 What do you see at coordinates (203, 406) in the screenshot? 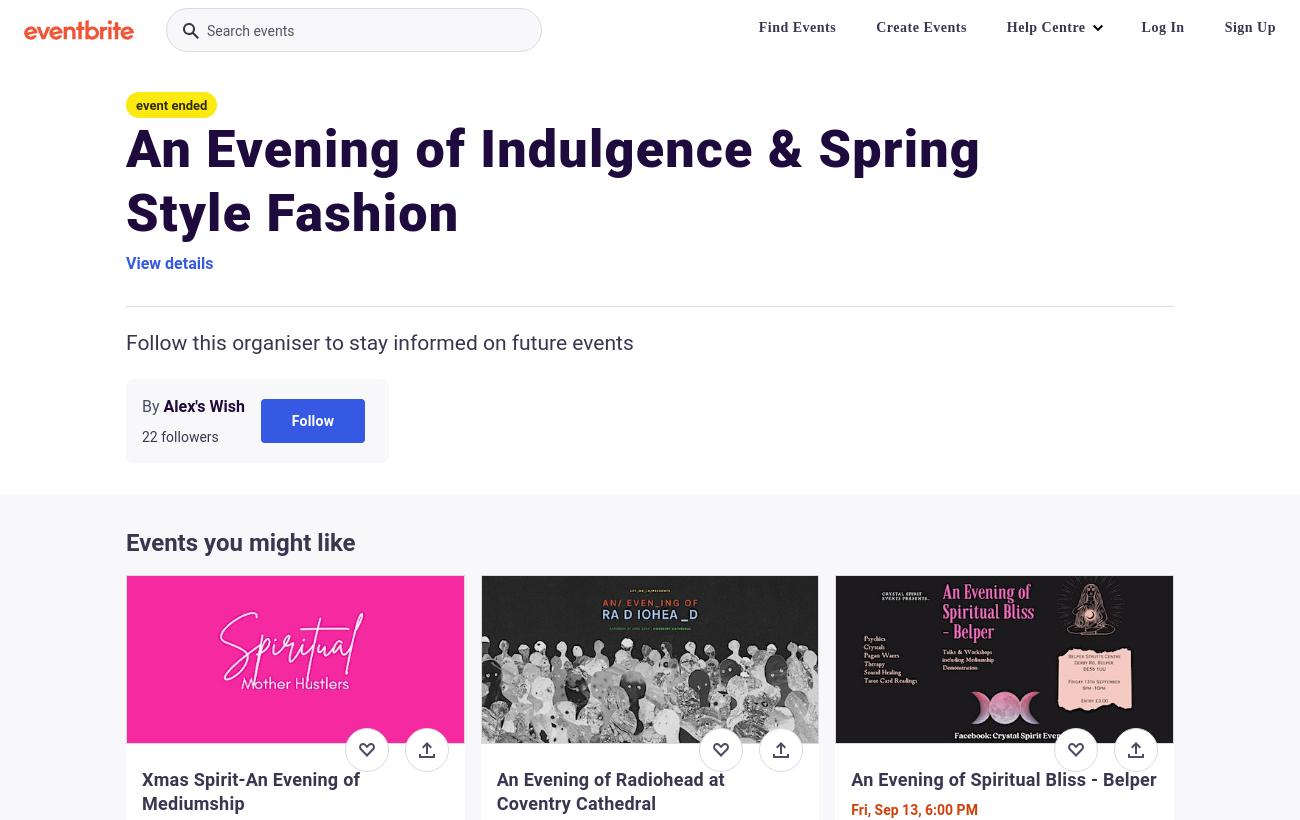
I see `'Alex's Wish'` at bounding box center [203, 406].